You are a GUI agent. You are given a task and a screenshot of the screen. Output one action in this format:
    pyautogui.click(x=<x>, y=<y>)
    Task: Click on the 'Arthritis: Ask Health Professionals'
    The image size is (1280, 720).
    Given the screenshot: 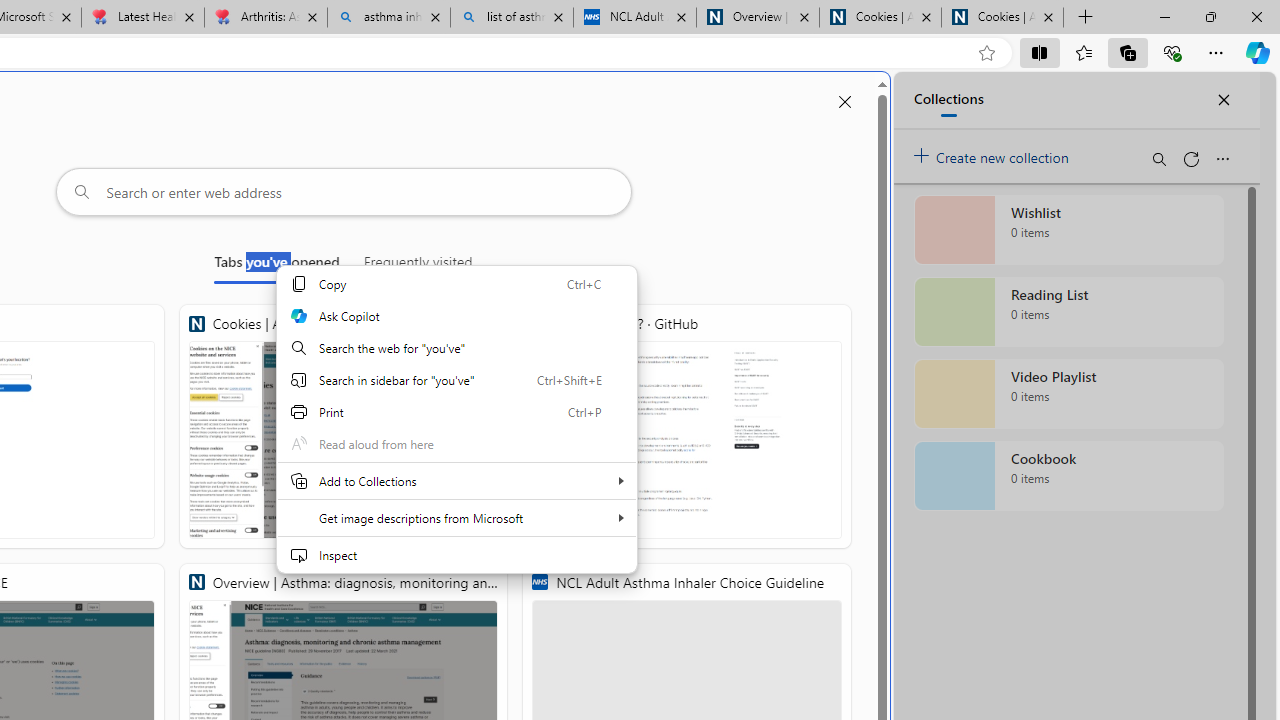 What is the action you would take?
    pyautogui.click(x=264, y=17)
    